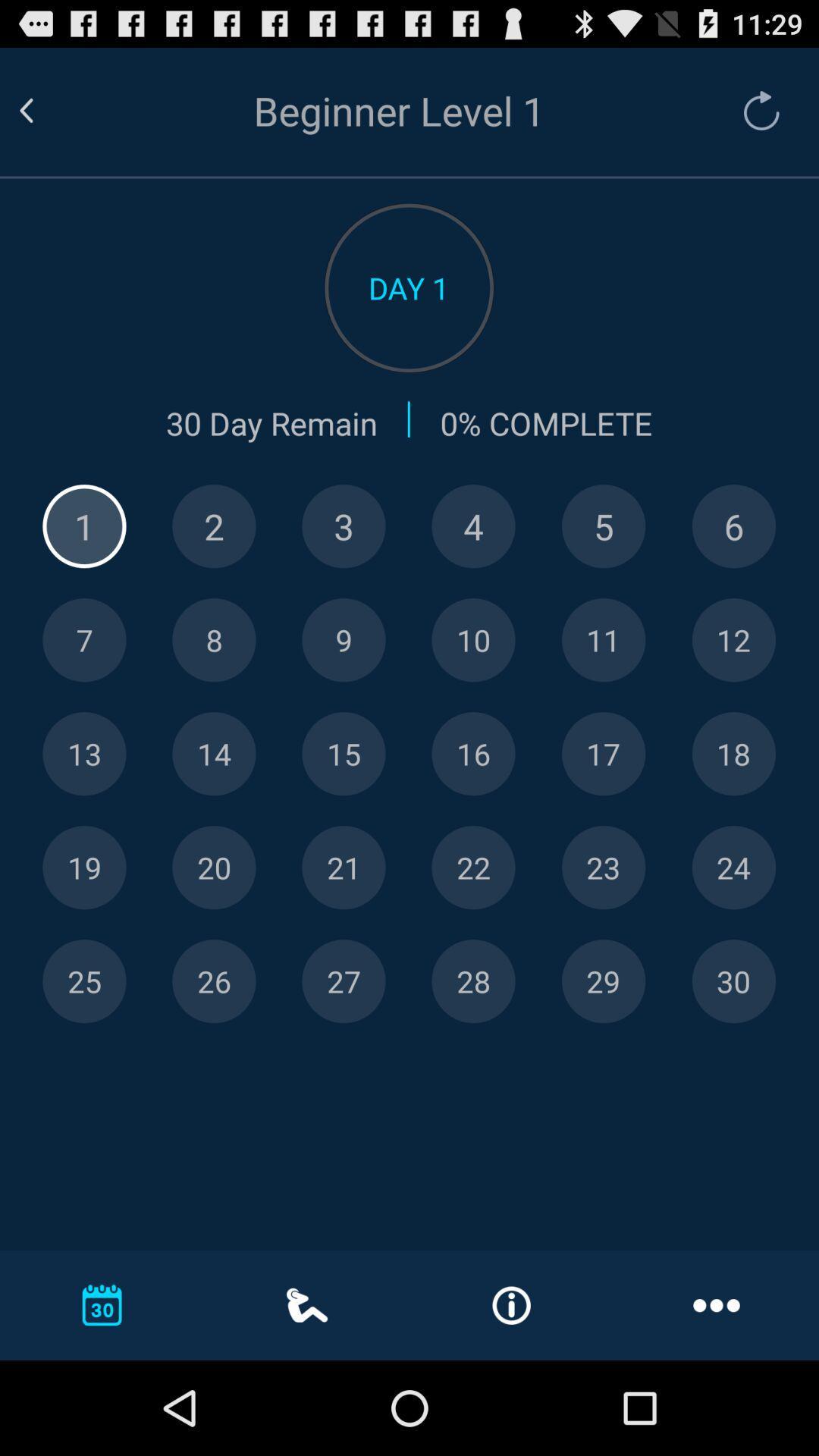 Image resolution: width=819 pixels, height=1456 pixels. I want to click on display day 6, so click(733, 526).